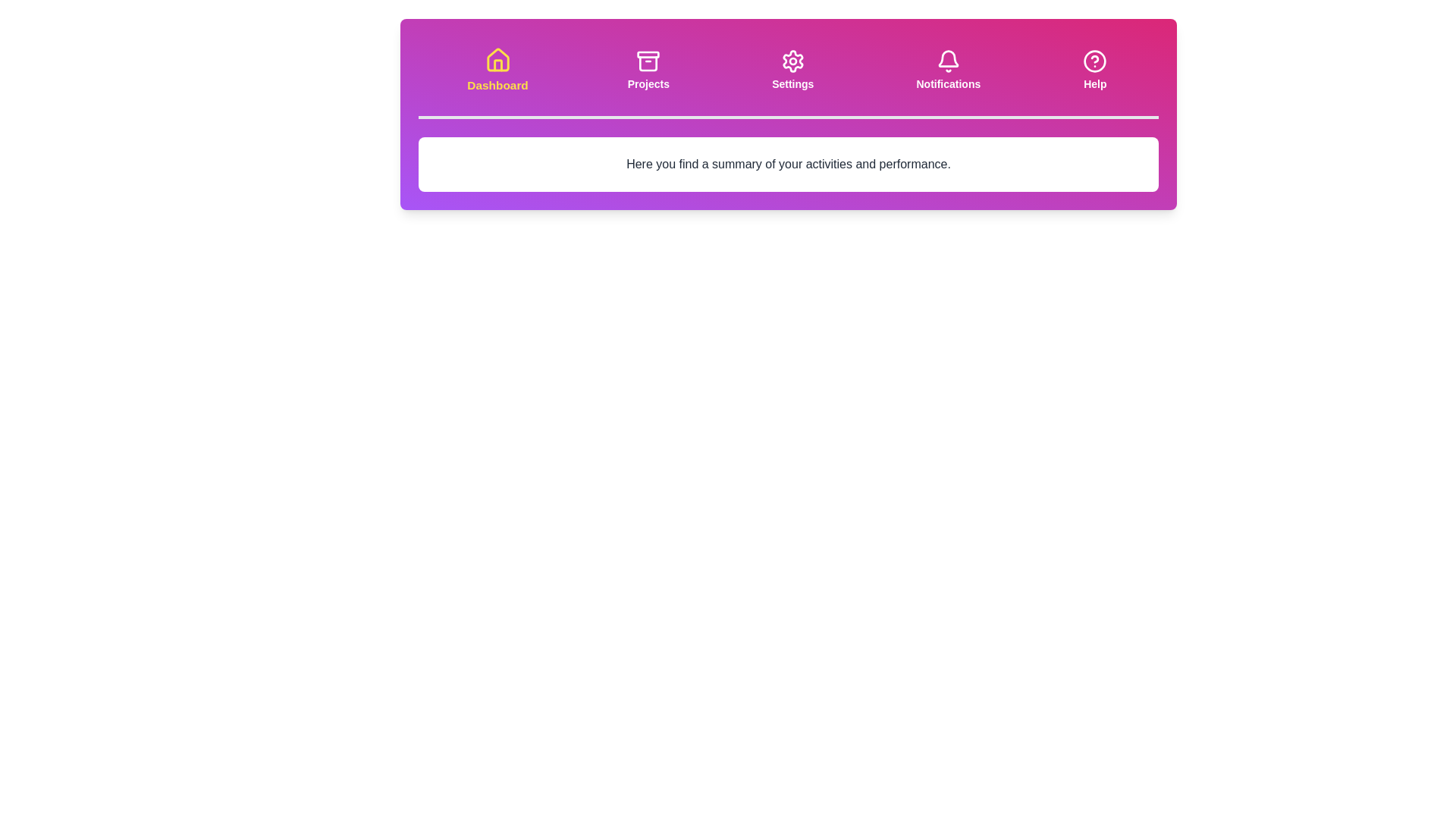 The width and height of the screenshot is (1456, 819). Describe the element at coordinates (1095, 70) in the screenshot. I see `the Help tab to activate it` at that location.